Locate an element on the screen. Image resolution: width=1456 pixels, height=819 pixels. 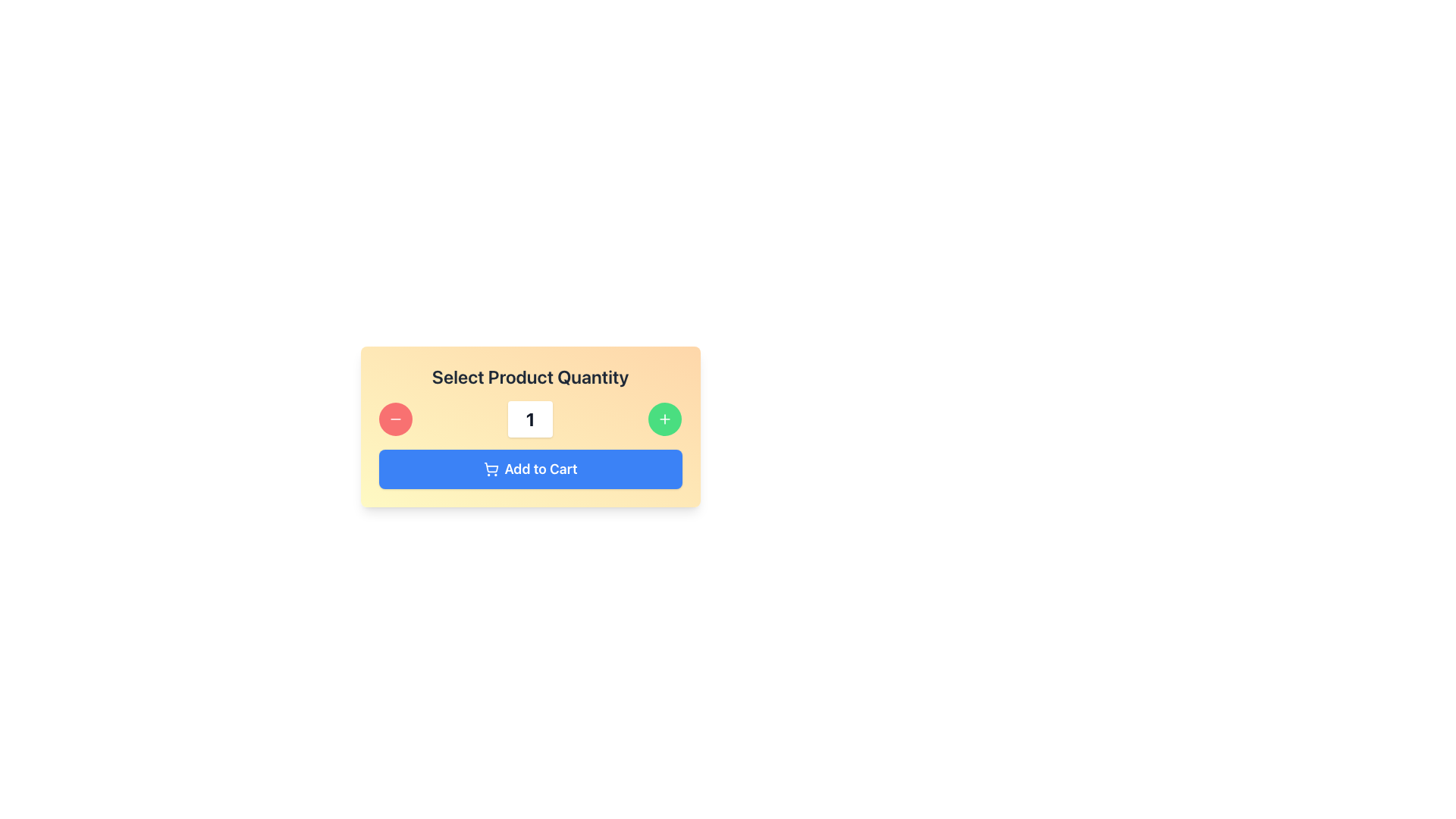
value displayed in the text element that shows '1' in bold font, centered within a white background, bordered with a thin black rounded border, located between the red circular button on the left and the green circular button on the right is located at coordinates (530, 419).